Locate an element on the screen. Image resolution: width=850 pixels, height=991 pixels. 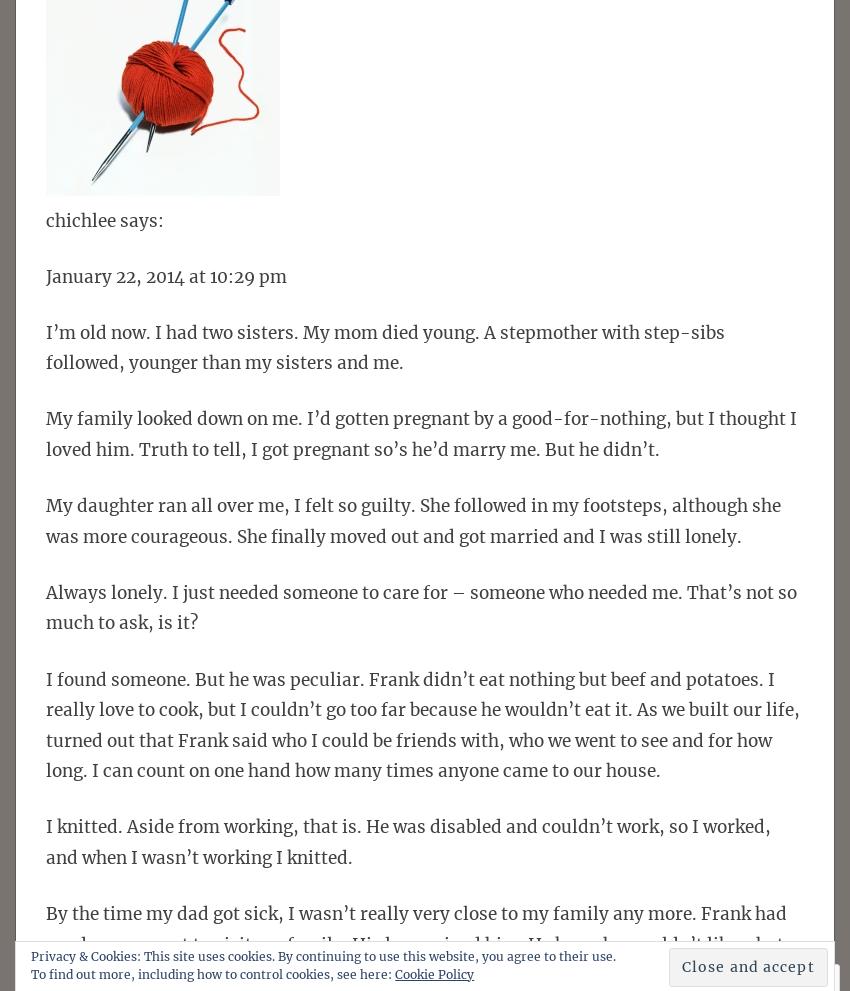
'Always lonely. I just needed someone to care for – someone who needed me. That’s not so much to ask, is it?' is located at coordinates (421, 607).